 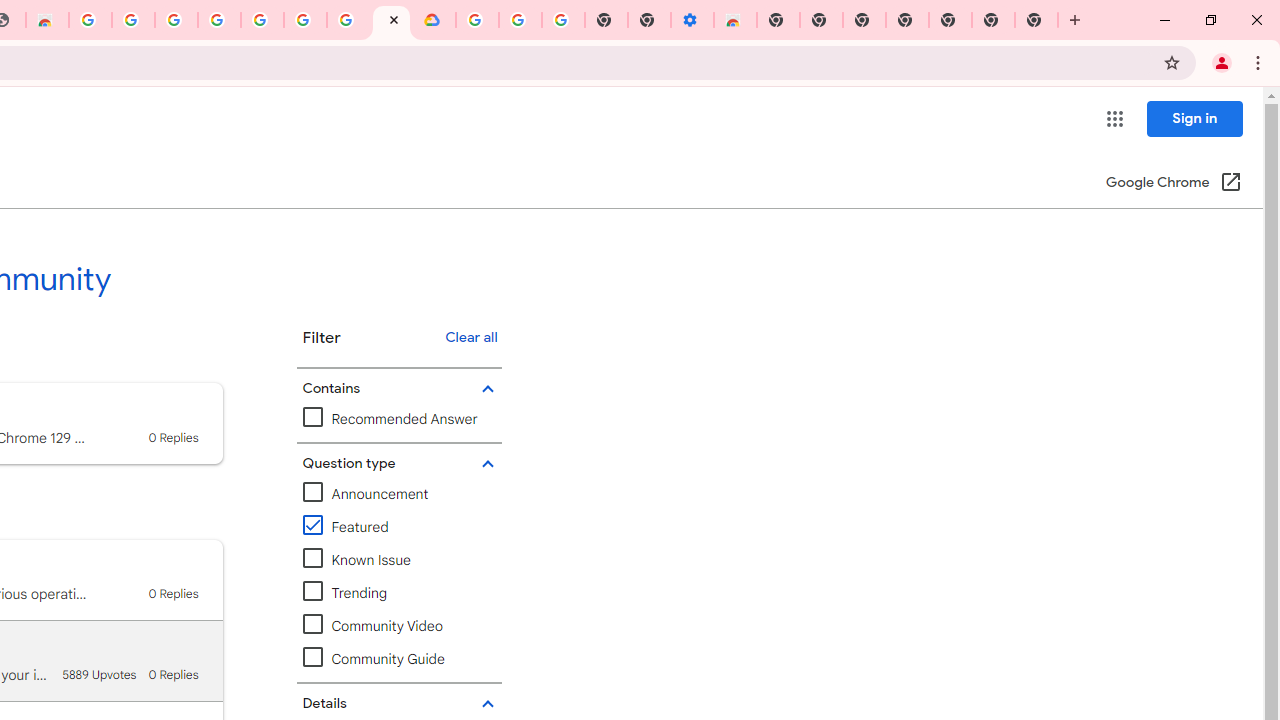 I want to click on ' Details filter group ', so click(x=396, y=703).